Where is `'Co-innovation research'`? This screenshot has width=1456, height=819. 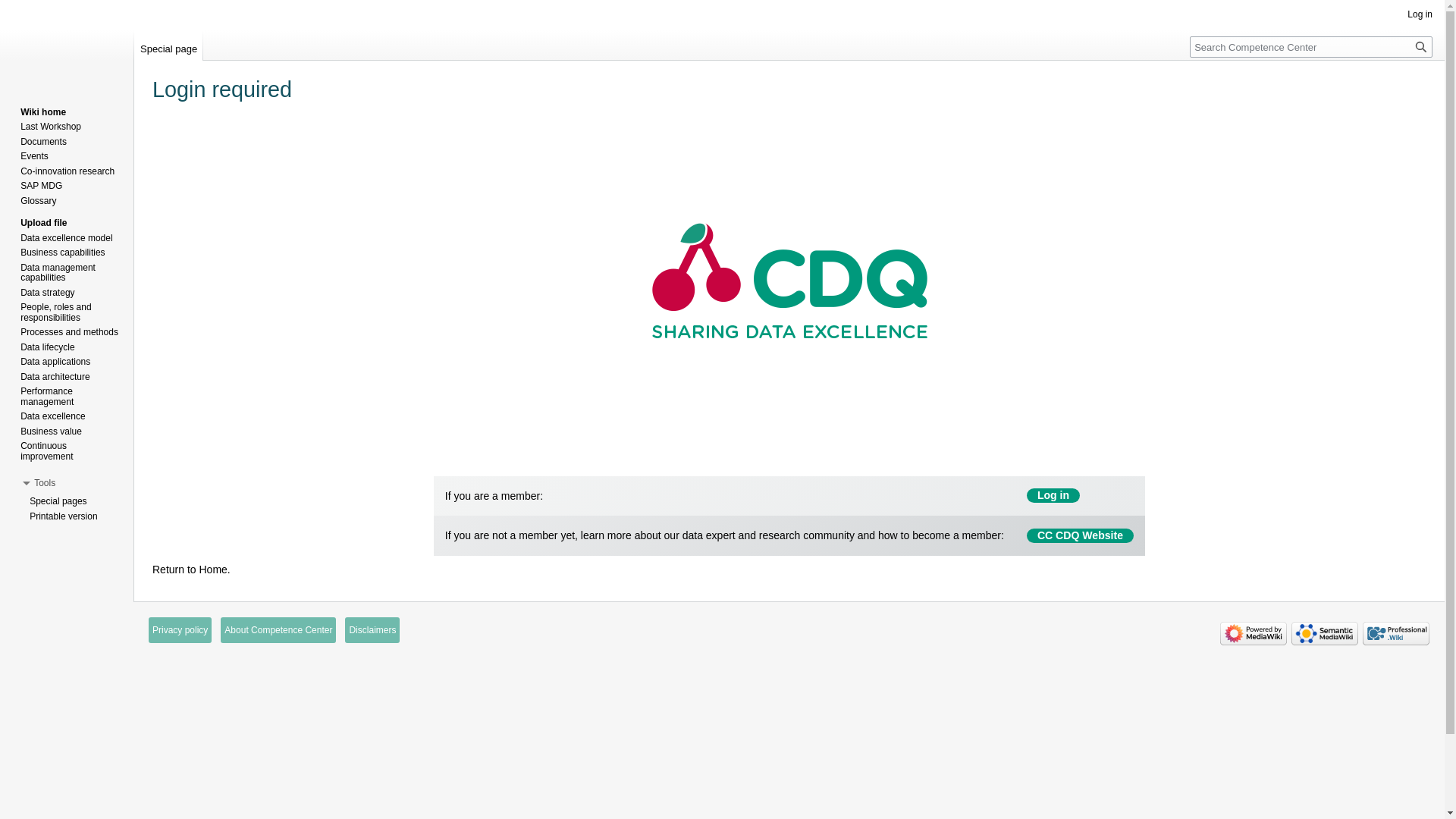 'Co-innovation research' is located at coordinates (67, 171).